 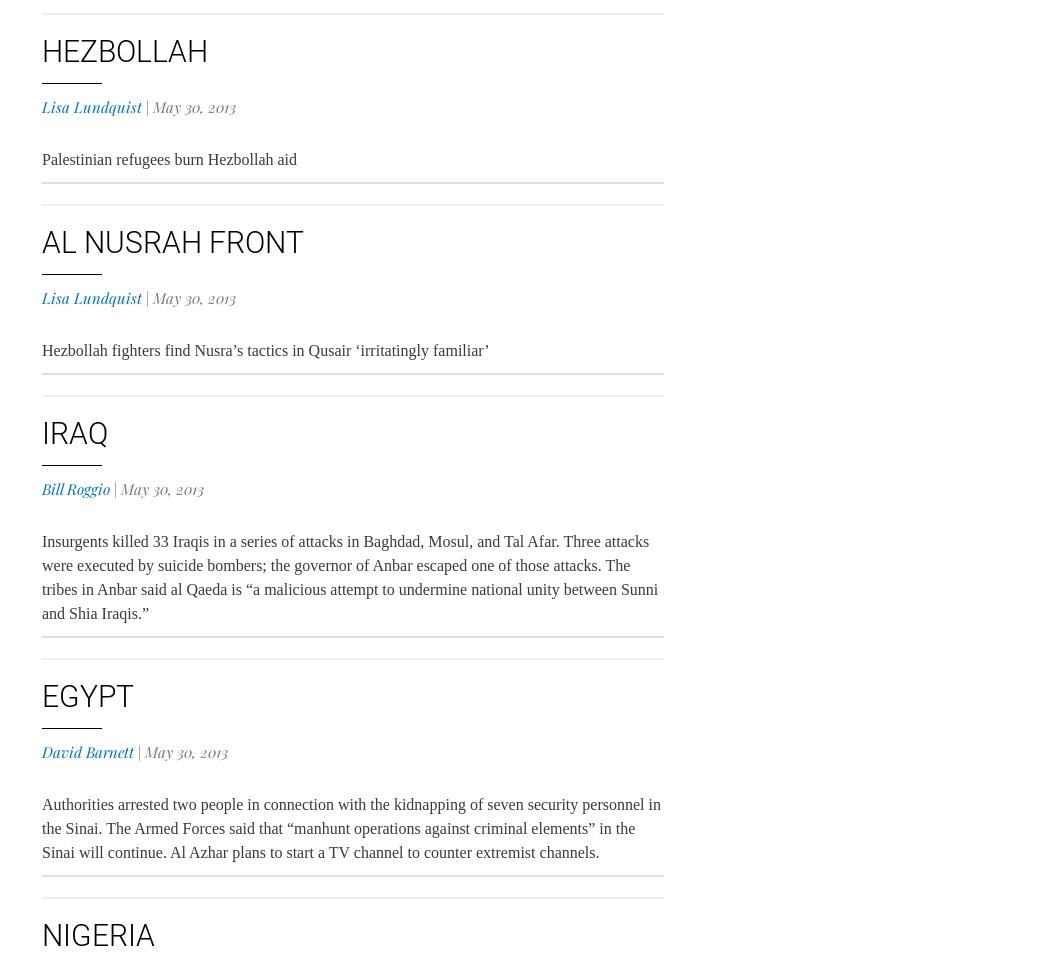 What do you see at coordinates (349, 827) in the screenshot?
I see `'Authorities arrested two people in connection with the kidnapping of seven security personnel in the Sinai. The Armed Forces said that “manhunt operations against criminal elements” in the Sinai will continue. Al Azhar plans to start a TV channel to counter extremist channels.'` at bounding box center [349, 827].